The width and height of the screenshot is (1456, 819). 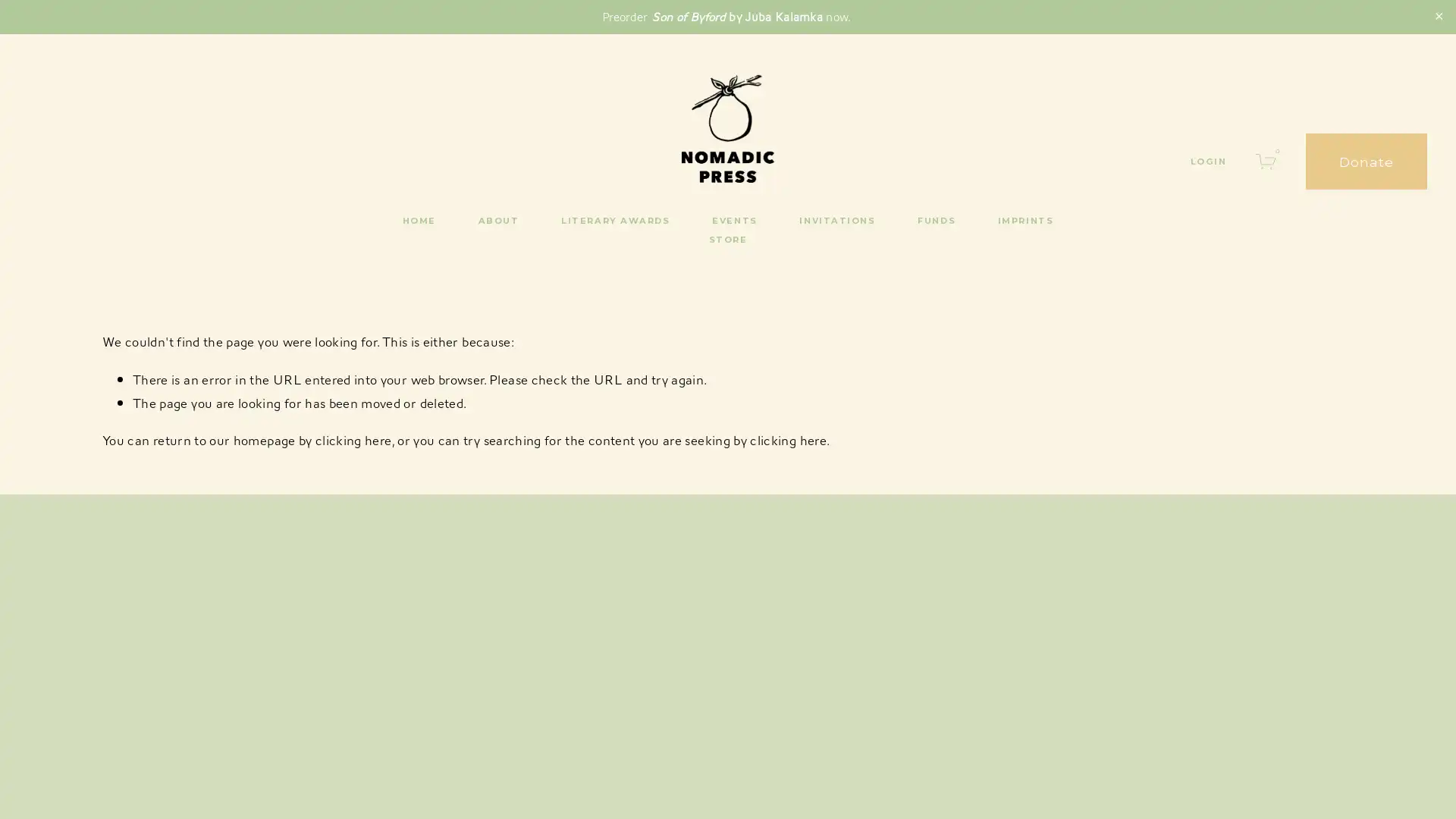 What do you see at coordinates (837, 687) in the screenshot?
I see `Sign Up` at bounding box center [837, 687].